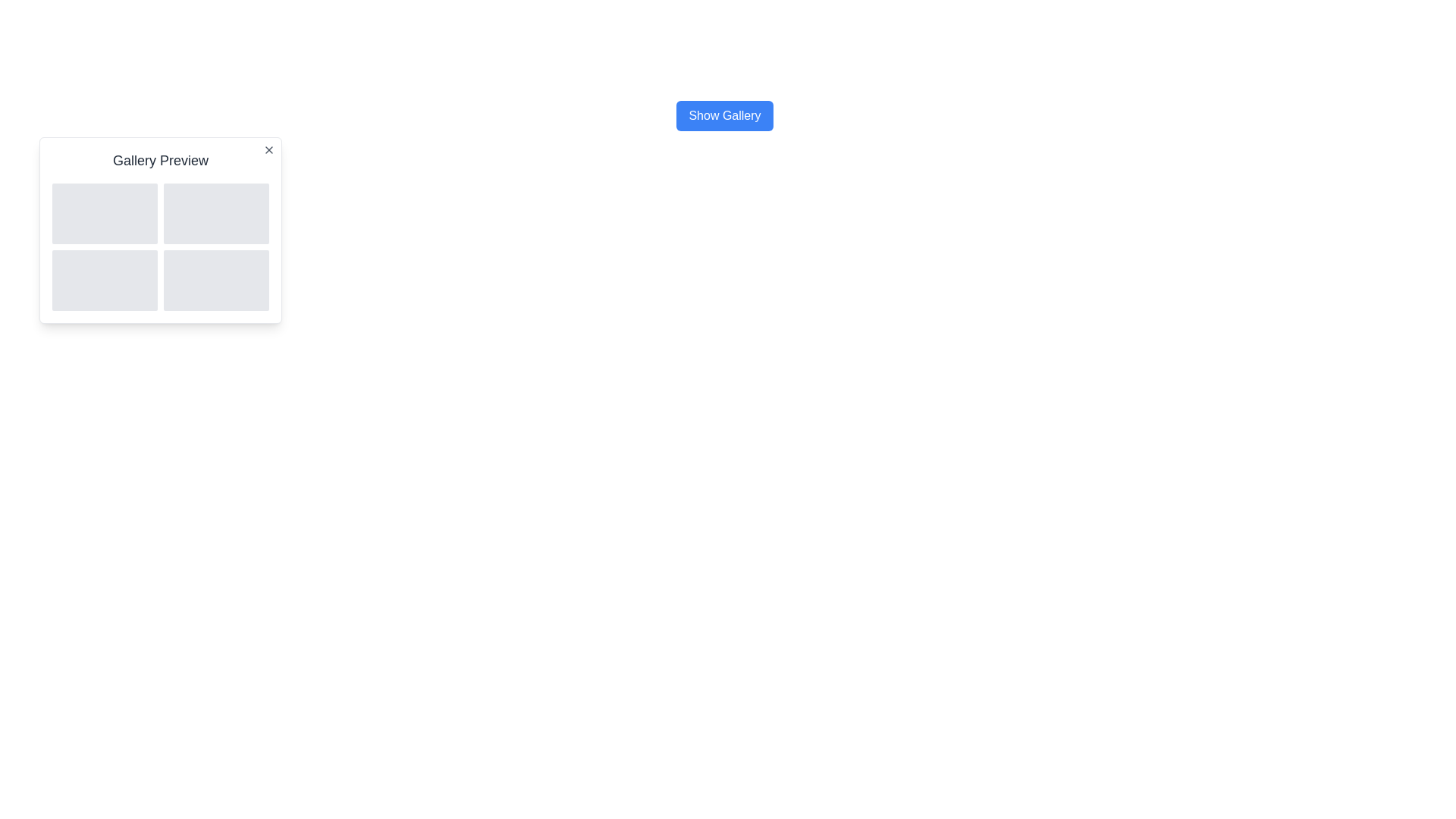 The width and height of the screenshot is (1456, 819). What do you see at coordinates (723, 115) in the screenshot?
I see `the blue button labeled 'Show Gallery'` at bounding box center [723, 115].